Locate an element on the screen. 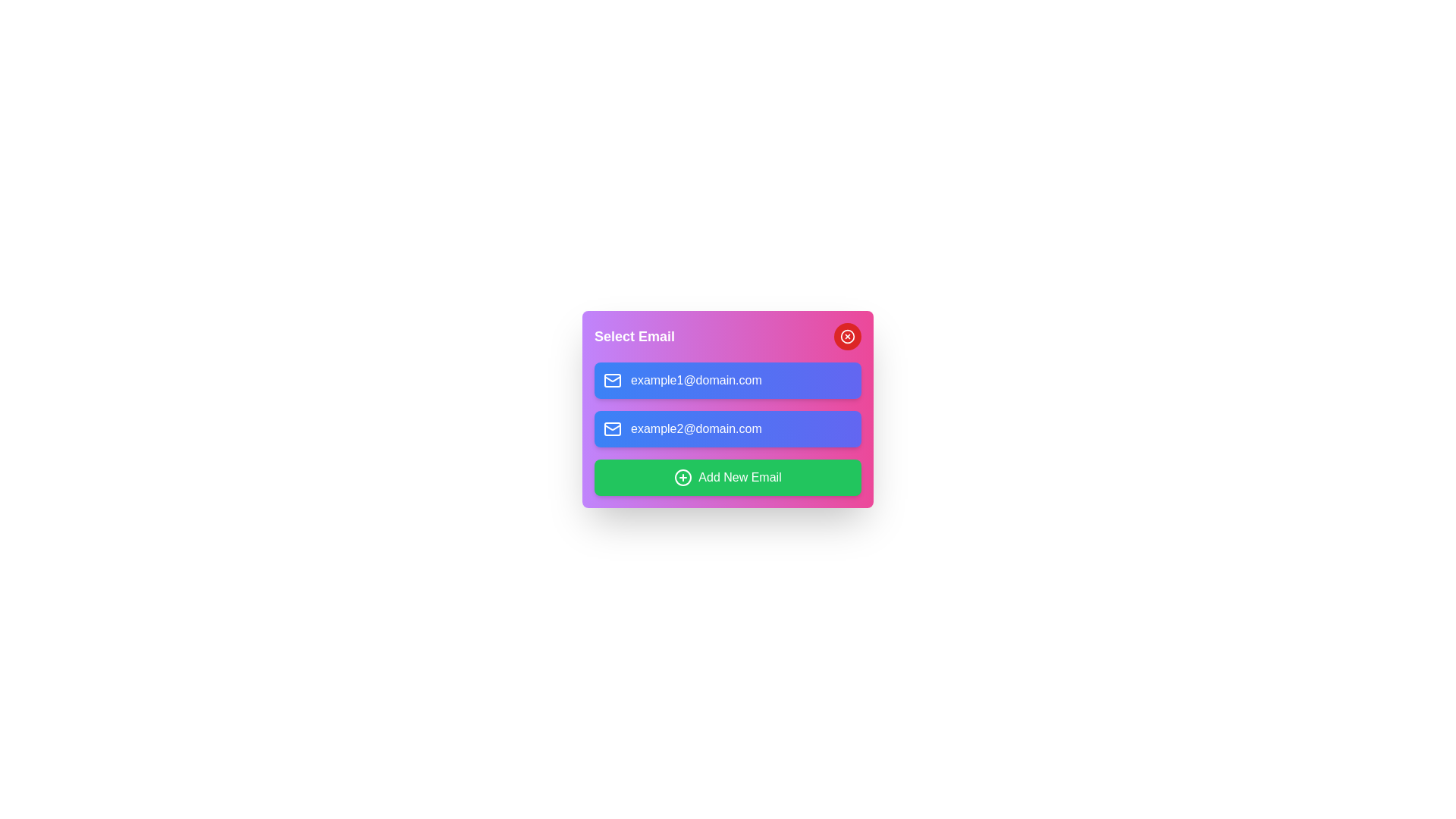  close button to dismiss the dialog is located at coordinates (847, 335).